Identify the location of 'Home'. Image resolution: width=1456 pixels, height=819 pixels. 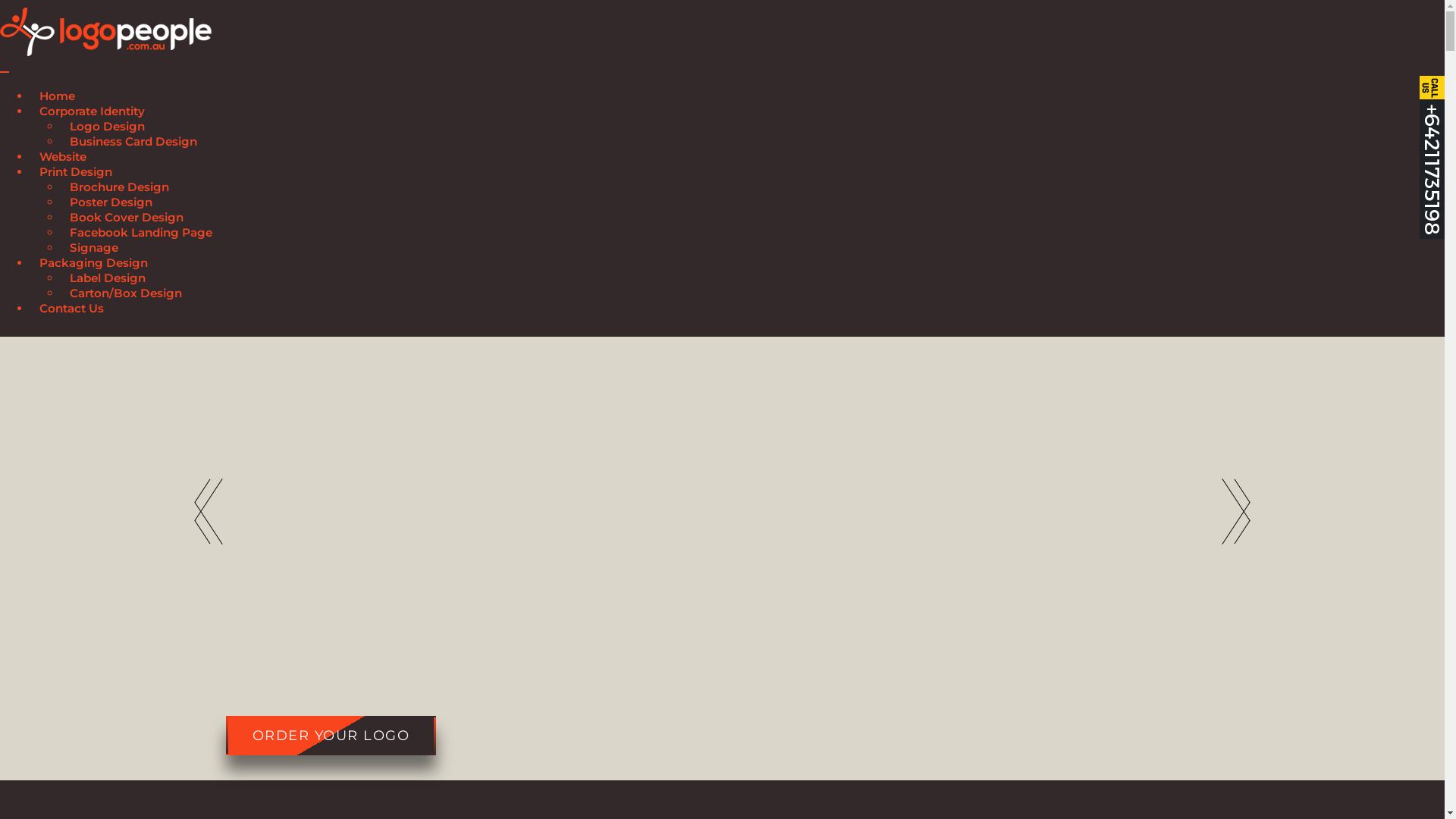
(57, 98).